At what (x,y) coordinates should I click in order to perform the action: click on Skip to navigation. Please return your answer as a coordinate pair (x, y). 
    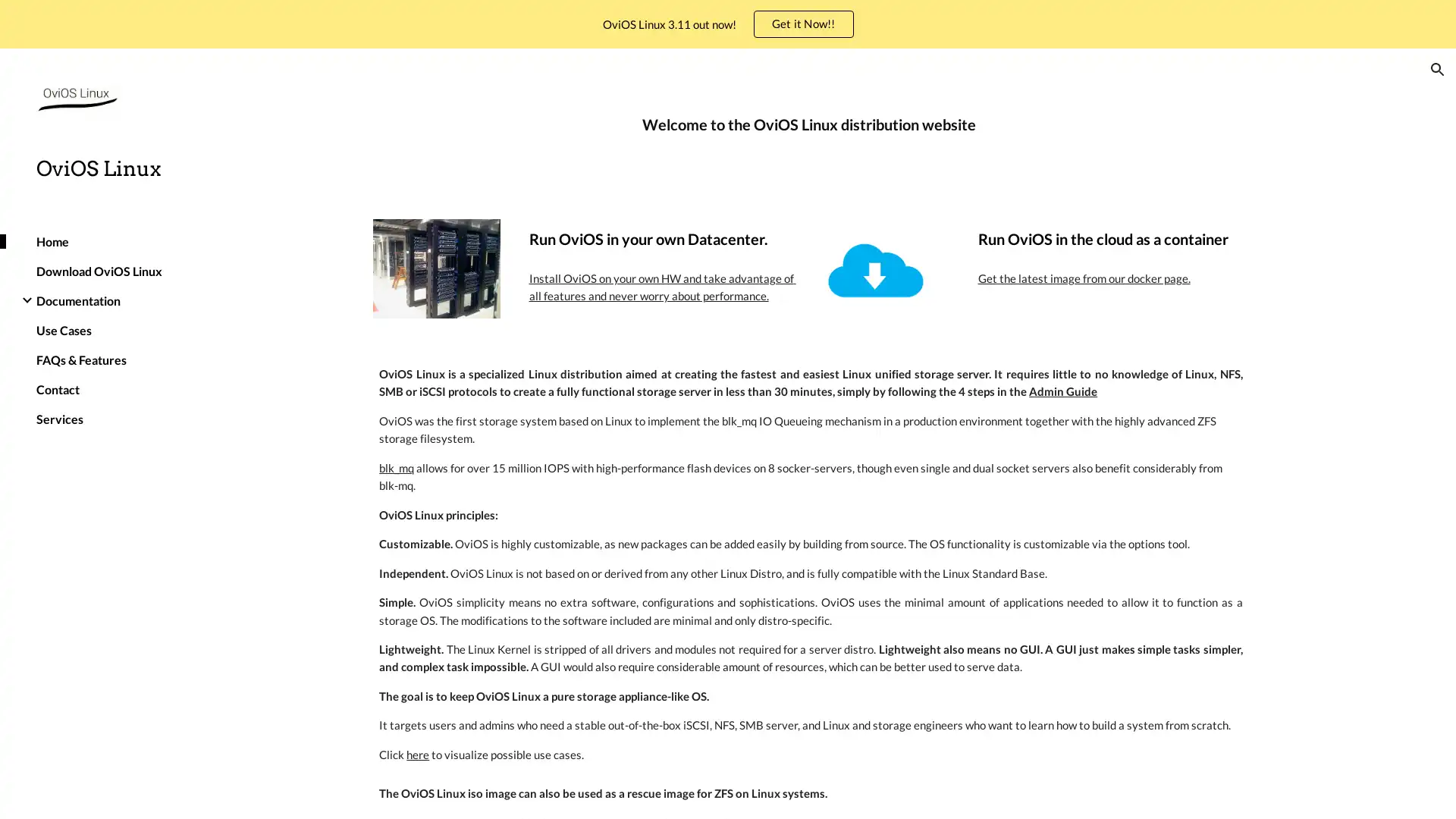
    Looking at the image, I should click on (864, 28).